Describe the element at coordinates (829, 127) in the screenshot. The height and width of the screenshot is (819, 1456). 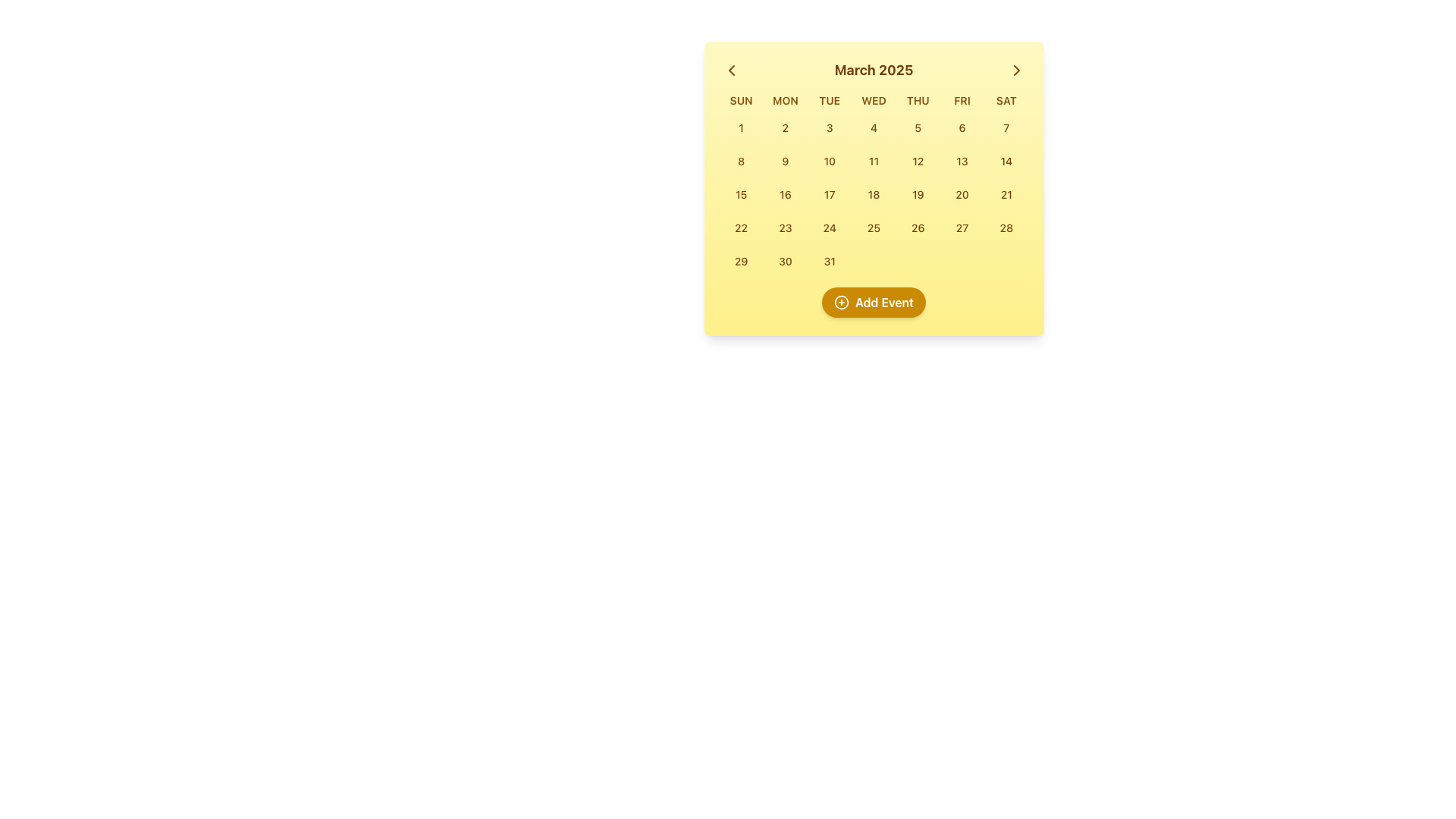
I see `the Date Cell containing the number '3' with a yellow background in the calendar interface, which corresponds to Tuesday in the week layout` at that location.